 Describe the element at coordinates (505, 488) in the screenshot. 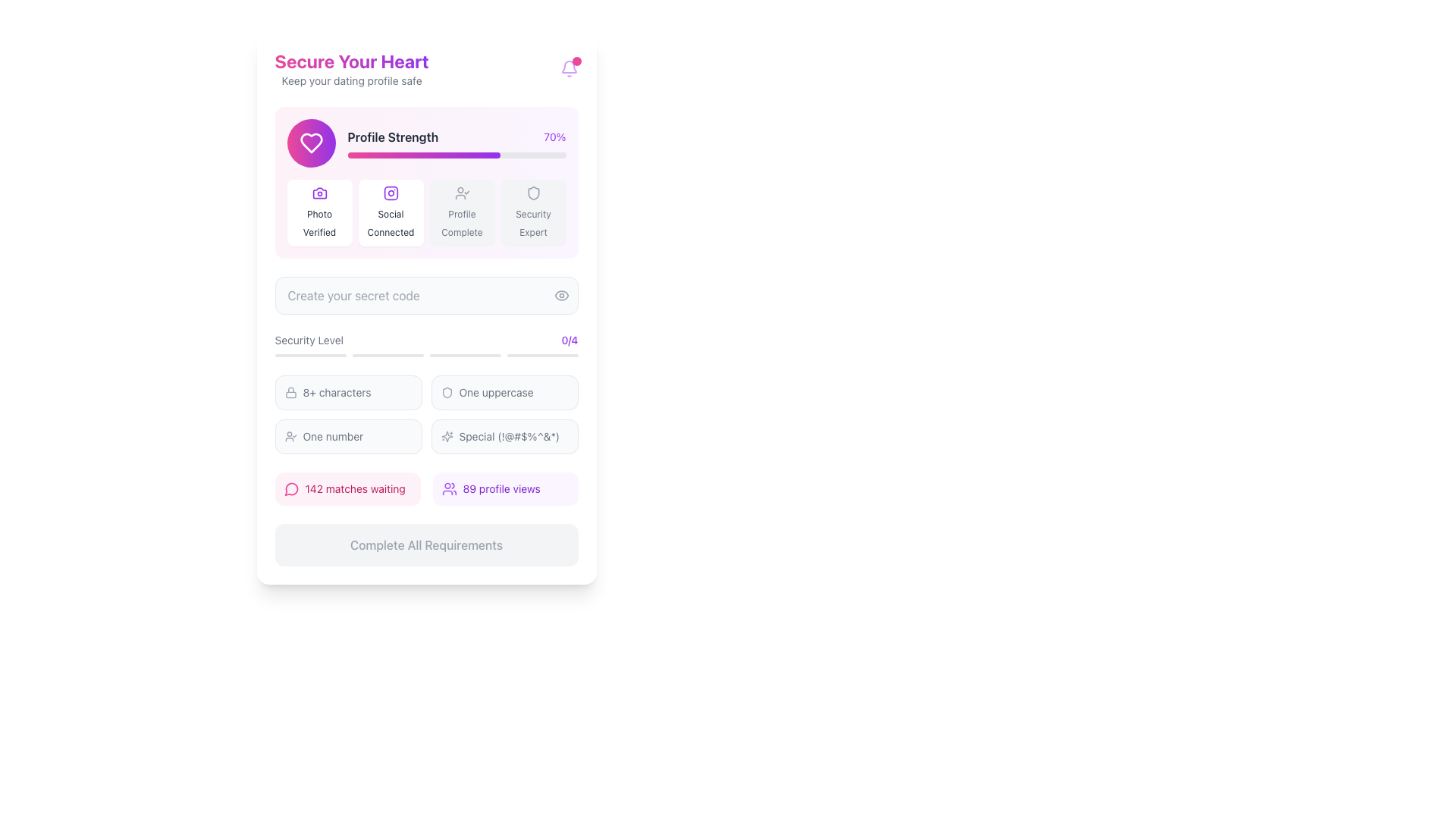

I see `information displayed in the informational display showing profile views, located at the bottom-center of the card interface, to the right of the item stating '142 matches waiting.'` at that location.